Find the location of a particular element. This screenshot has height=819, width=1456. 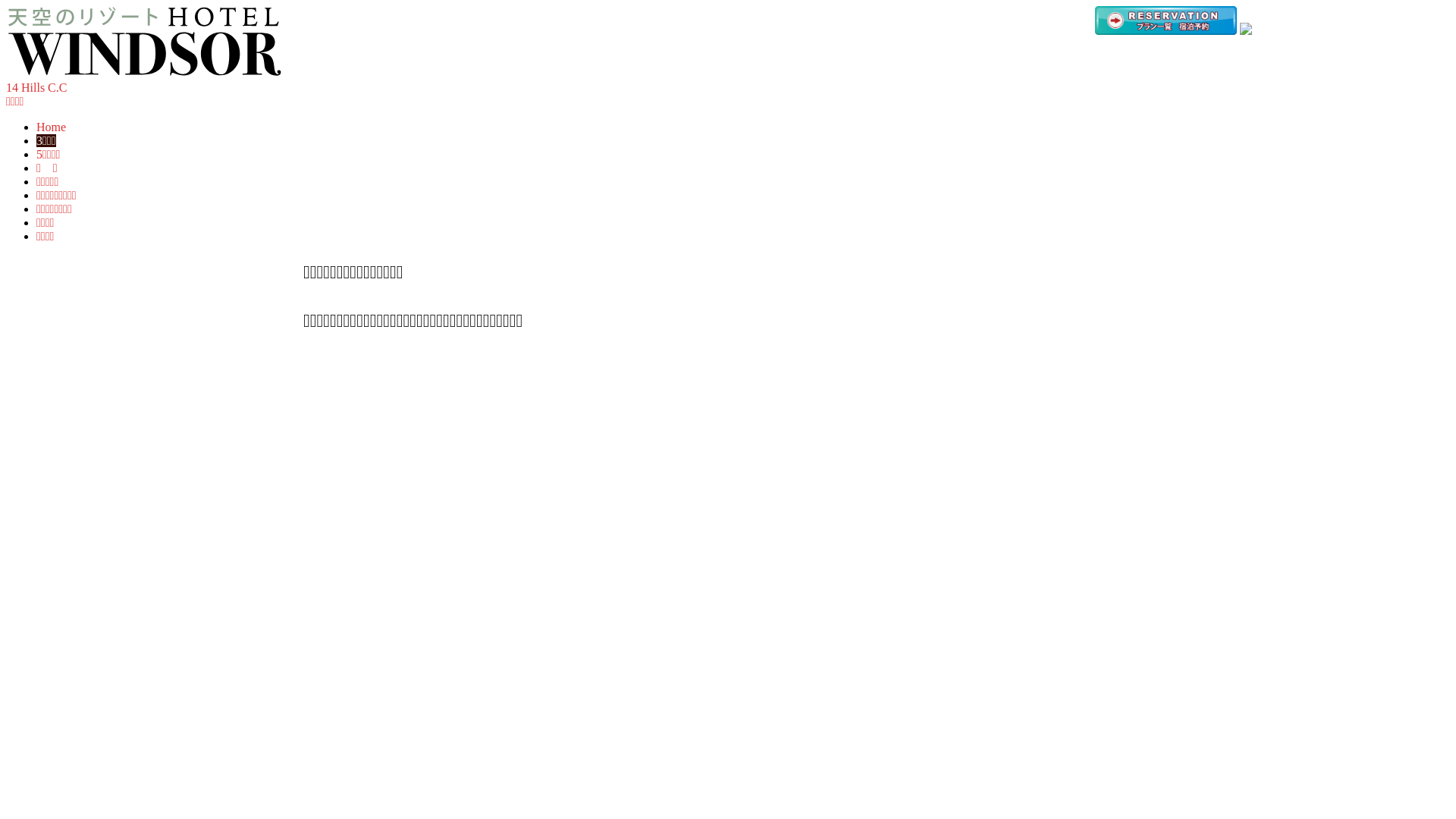

'14 Hills C.C' is located at coordinates (36, 87).